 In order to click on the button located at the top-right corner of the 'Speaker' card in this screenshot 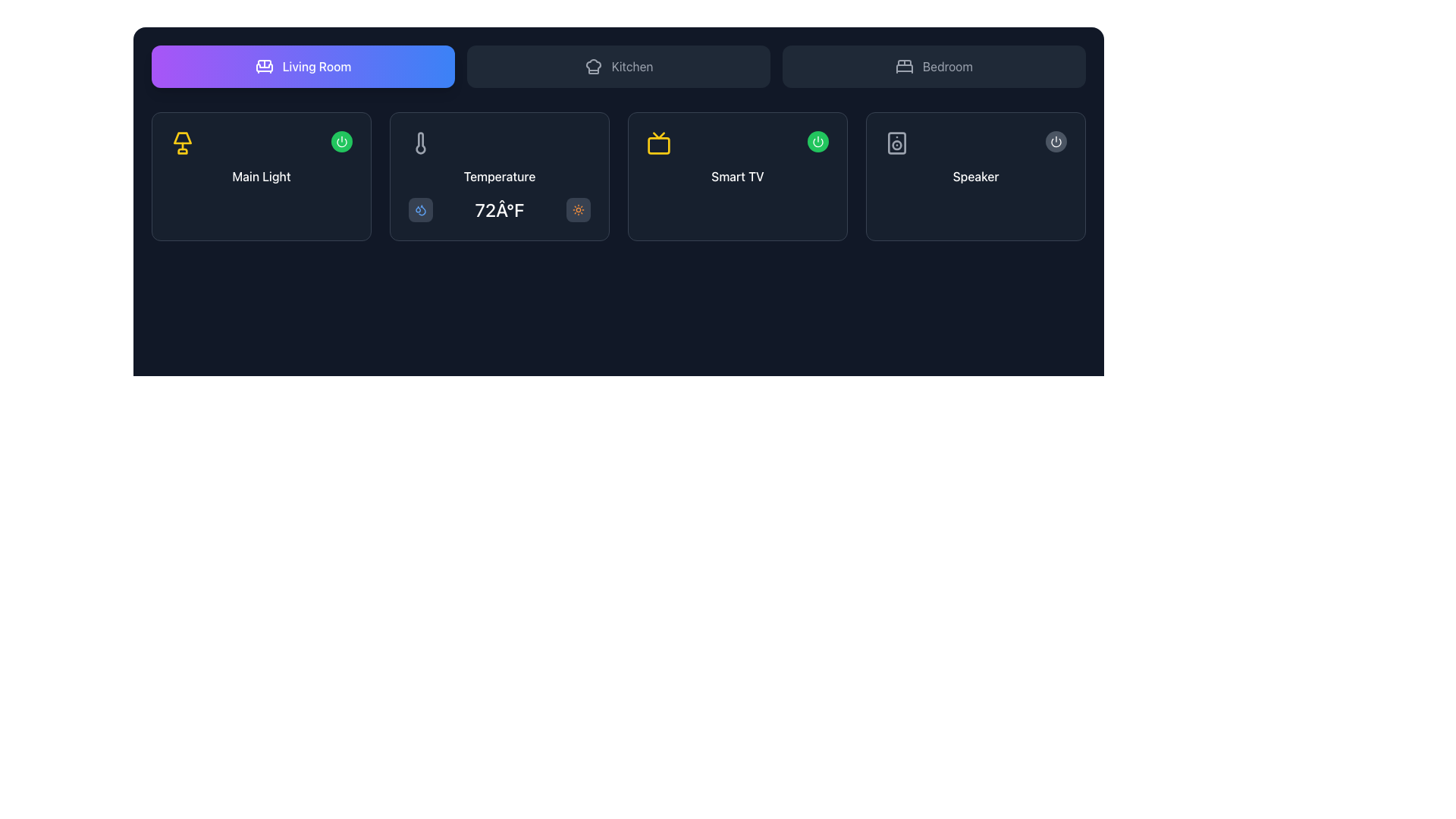, I will do `click(1055, 141)`.